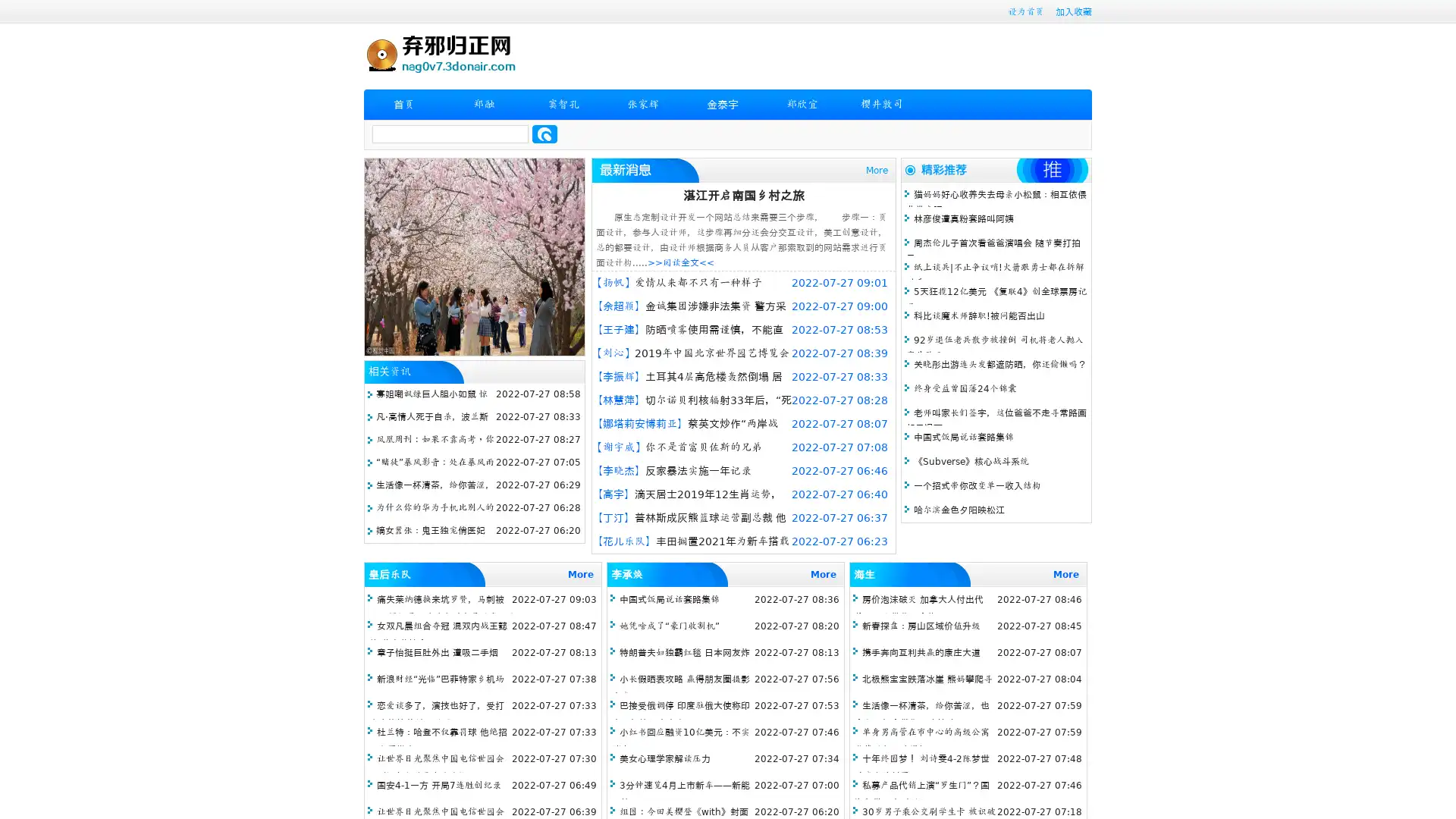 This screenshot has width=1456, height=819. What do you see at coordinates (544, 133) in the screenshot?
I see `Search` at bounding box center [544, 133].